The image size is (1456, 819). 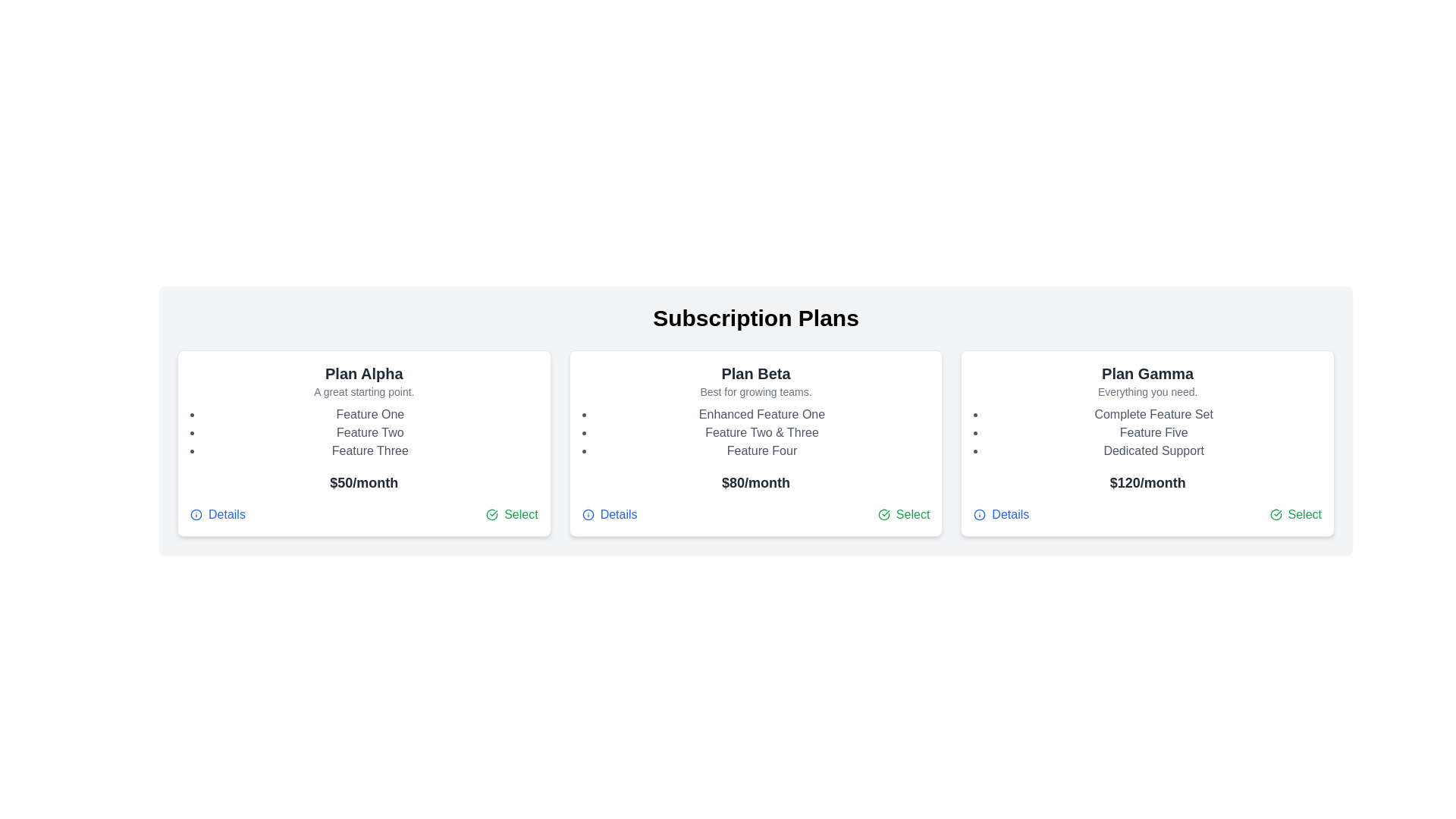 I want to click on the text label displaying '$50/month' in bold and larger font size, located in the lower portion of the 'Plan Alpha' subscription card, so click(x=364, y=482).